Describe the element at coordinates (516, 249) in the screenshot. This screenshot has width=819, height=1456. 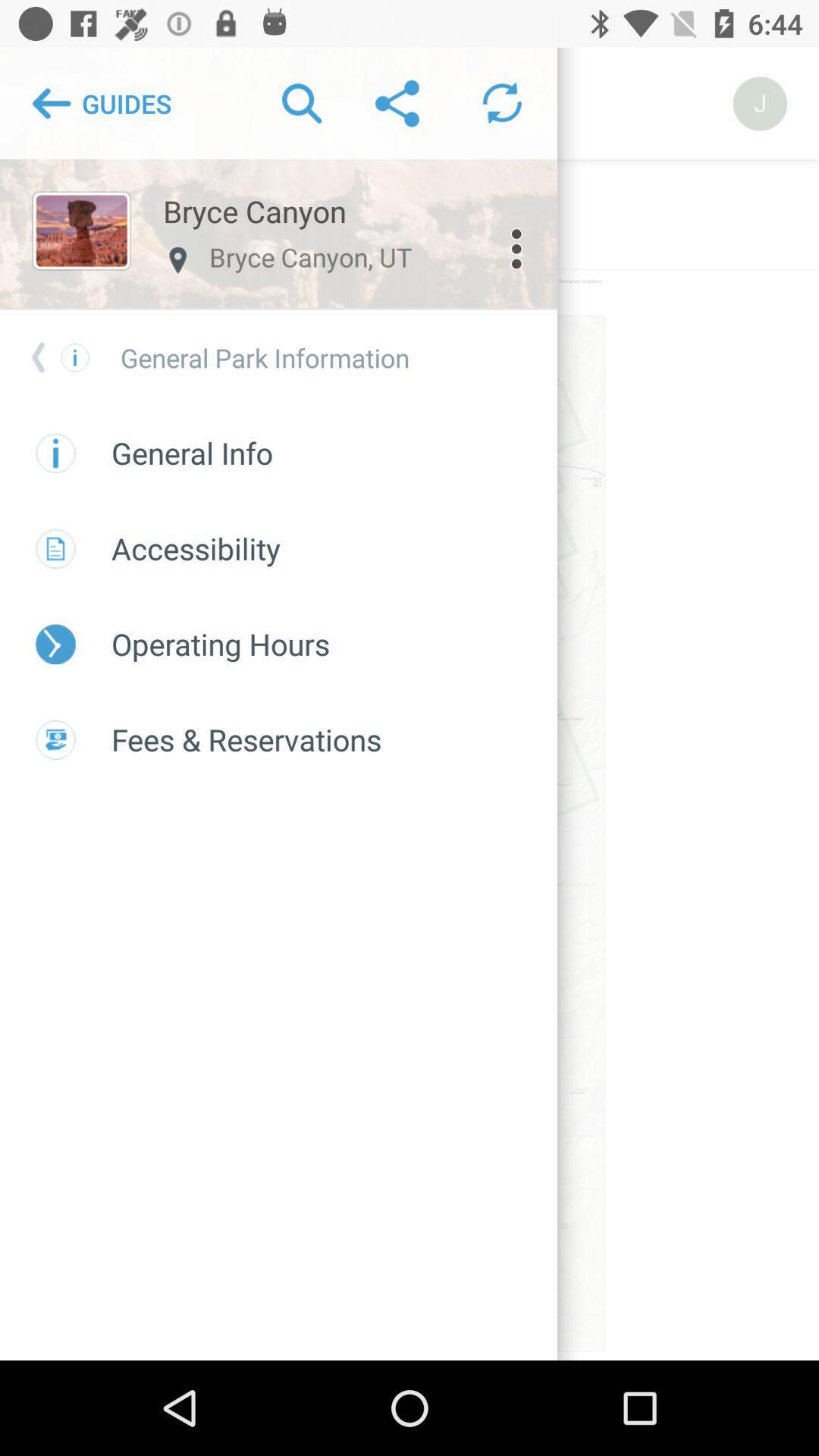
I see `the more icon` at that location.